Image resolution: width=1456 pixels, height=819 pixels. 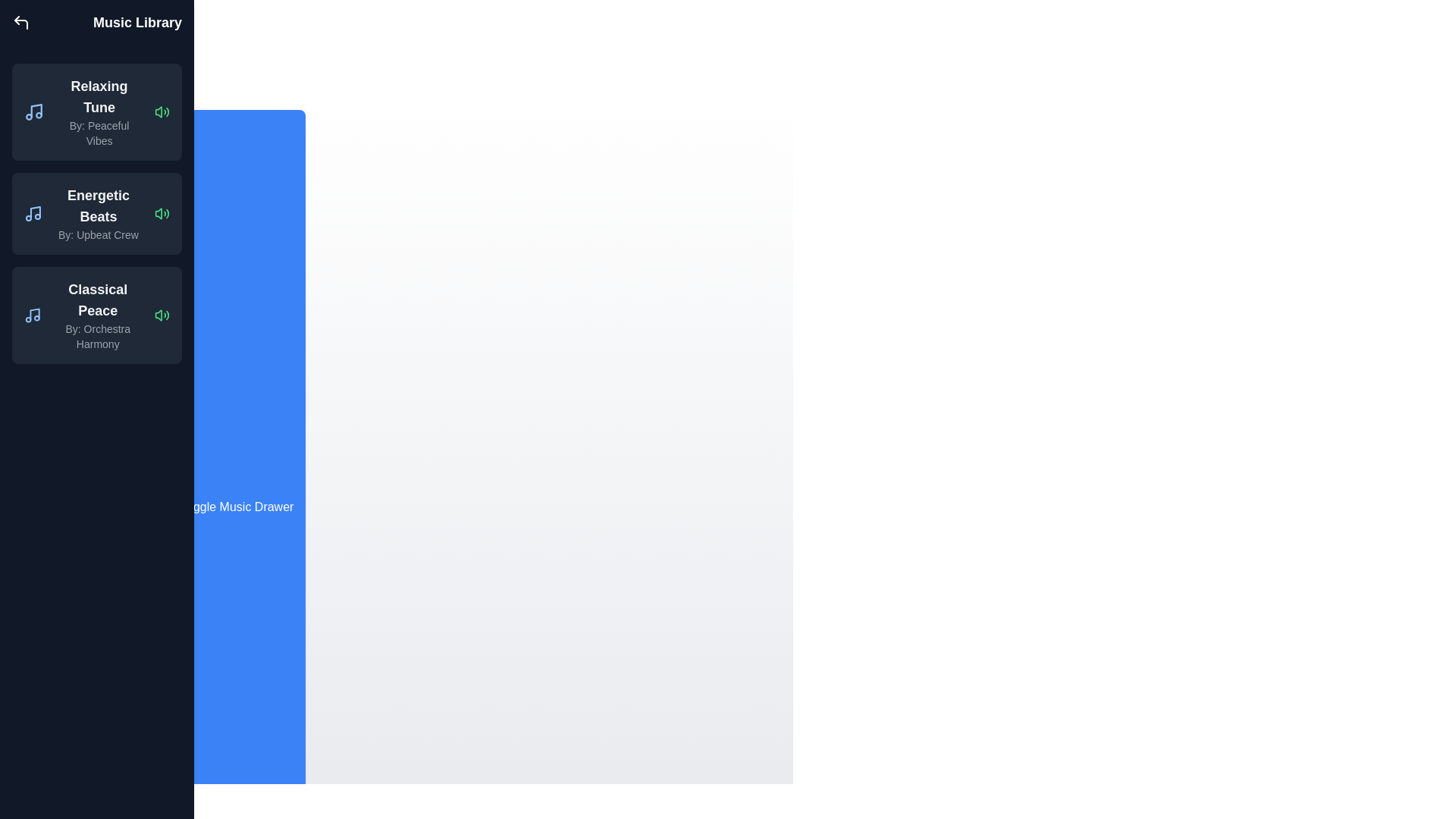 I want to click on the track Classical Peace from the list, so click(x=162, y=315).